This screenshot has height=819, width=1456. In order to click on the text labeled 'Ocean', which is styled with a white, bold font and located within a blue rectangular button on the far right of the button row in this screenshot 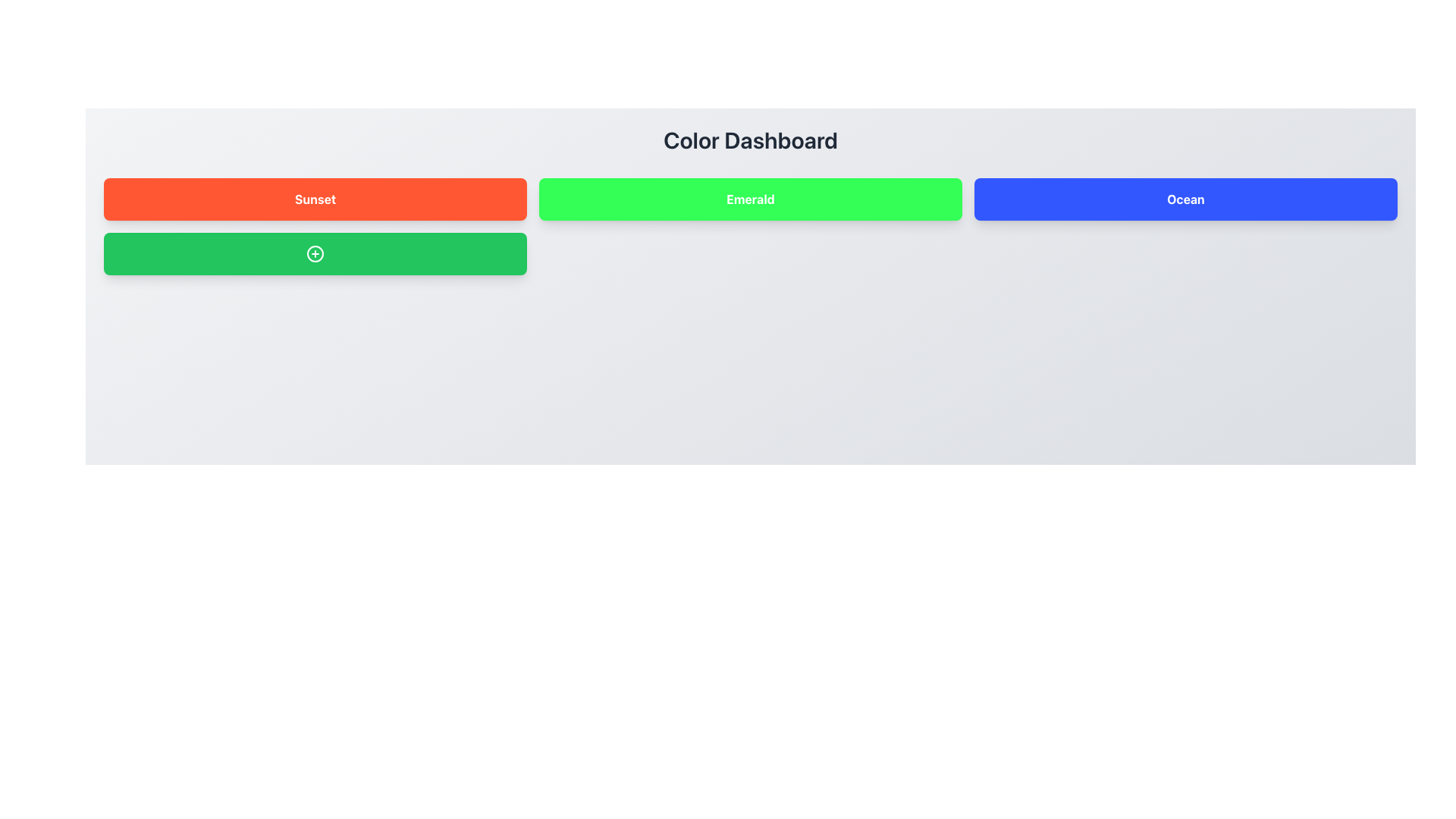, I will do `click(1185, 198)`.